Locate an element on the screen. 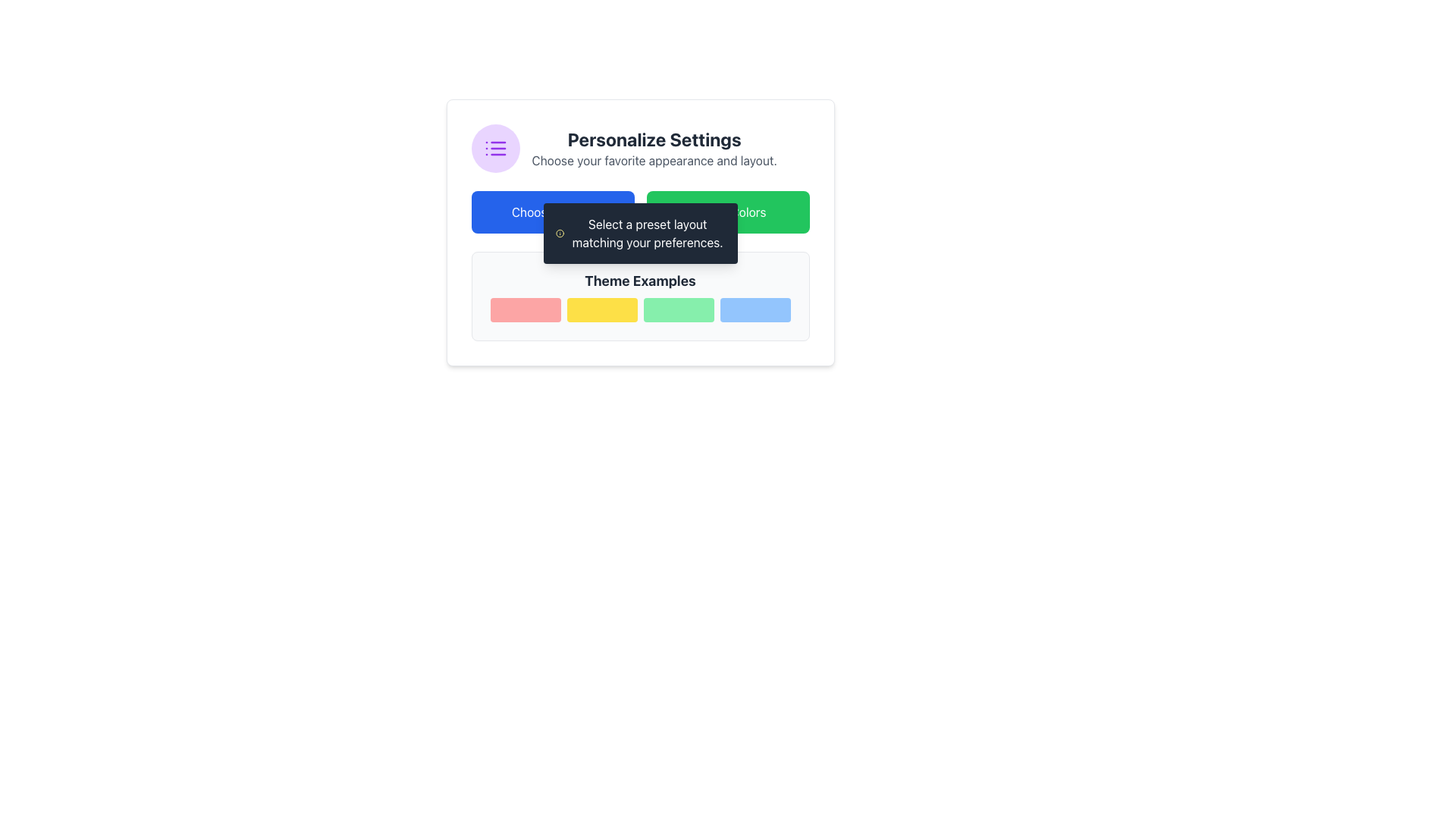 This screenshot has width=1456, height=819. the bright red rectangular panel with rounded corners, which is the leftmost element in a row of four colored blocks is located at coordinates (525, 309).